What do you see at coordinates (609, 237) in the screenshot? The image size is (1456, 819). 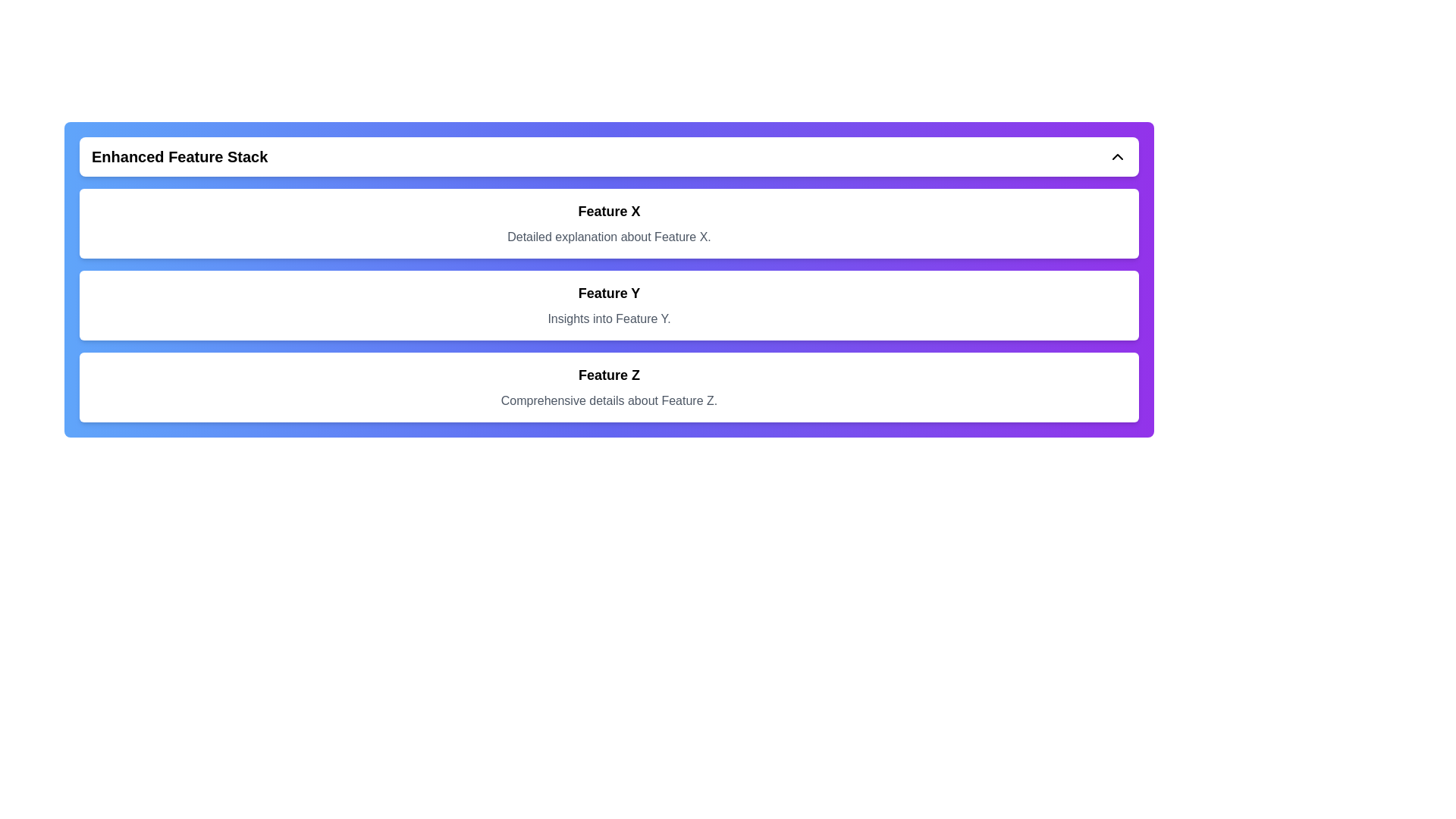 I see `the muted gray text snippet reading 'Detailed explanation about Feature X.' located beneath the title 'Feature X' in the card-style interface` at bounding box center [609, 237].